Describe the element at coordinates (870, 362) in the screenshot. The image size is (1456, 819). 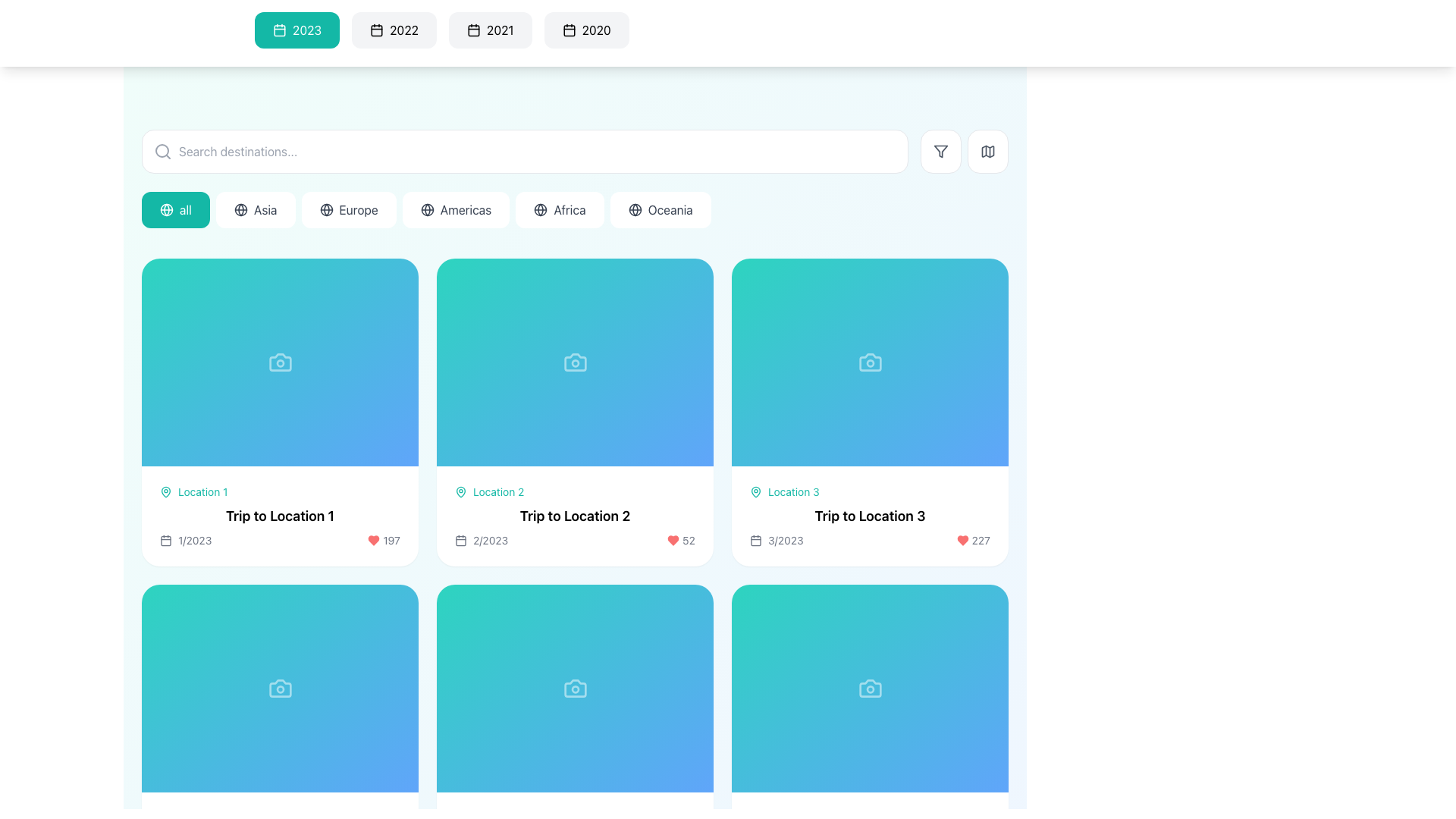
I see `the image placeholder located` at that location.